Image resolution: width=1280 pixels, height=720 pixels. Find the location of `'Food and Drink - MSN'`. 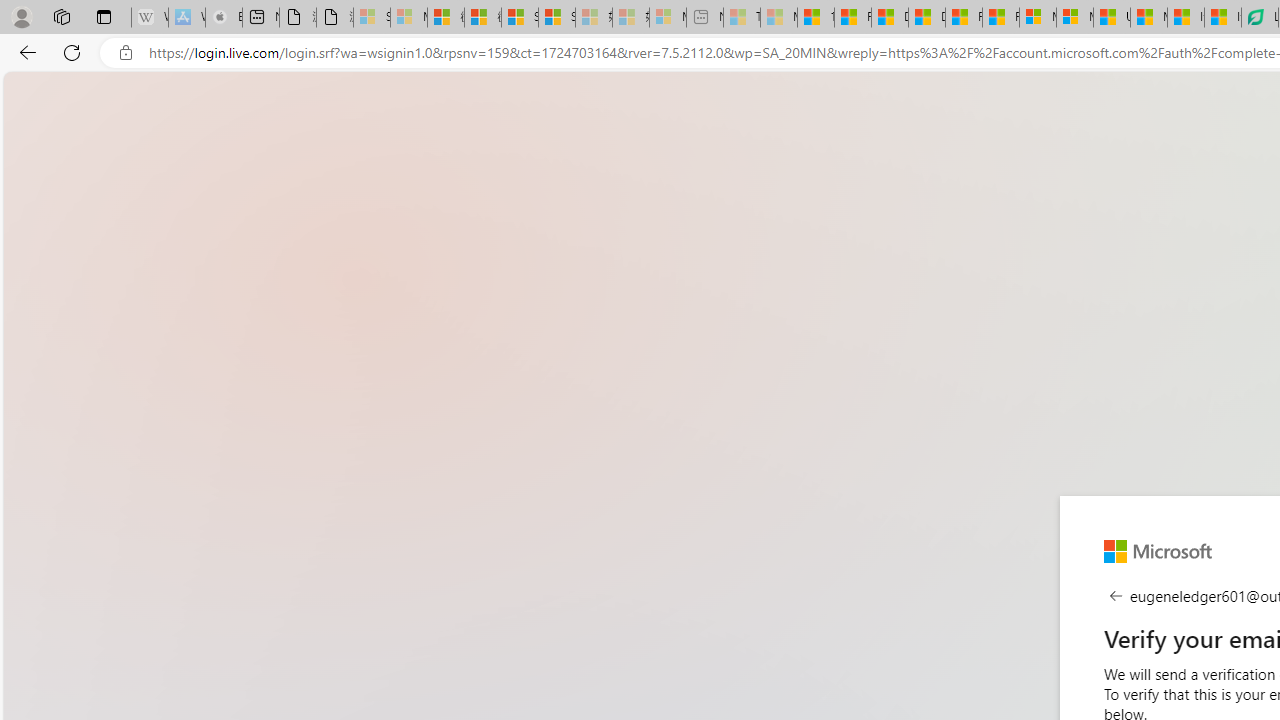

'Food and Drink - MSN' is located at coordinates (853, 17).